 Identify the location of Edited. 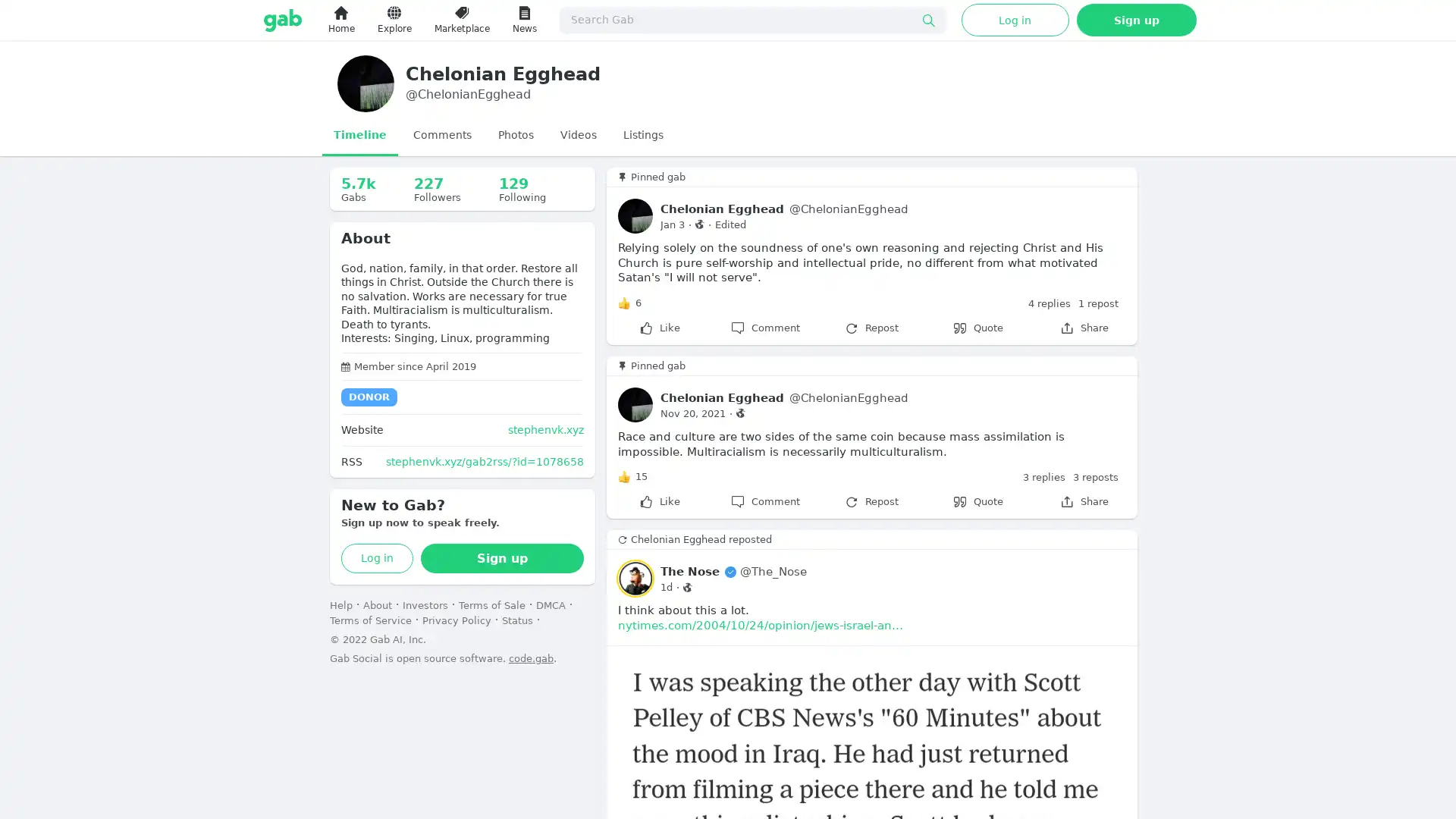
(730, 224).